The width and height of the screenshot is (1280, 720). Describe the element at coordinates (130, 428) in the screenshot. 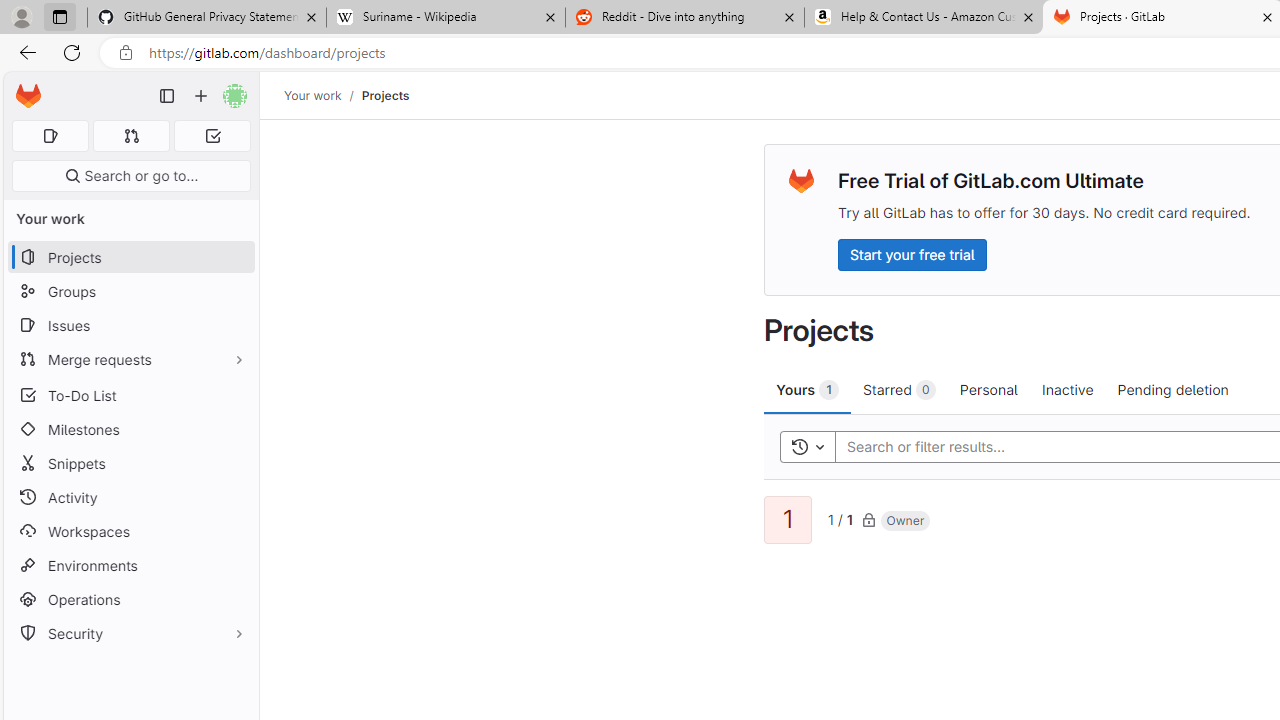

I see `'Milestones'` at that location.